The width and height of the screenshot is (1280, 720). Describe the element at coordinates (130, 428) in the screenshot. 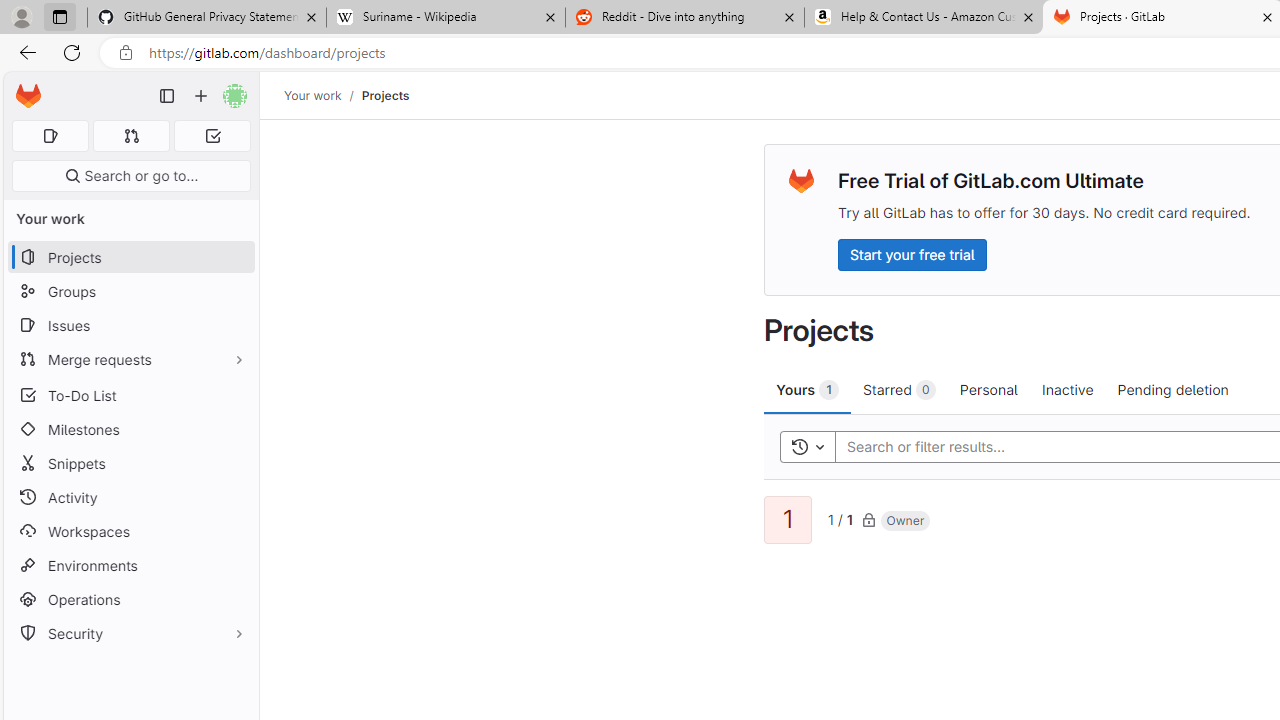

I see `'Milestones'` at that location.